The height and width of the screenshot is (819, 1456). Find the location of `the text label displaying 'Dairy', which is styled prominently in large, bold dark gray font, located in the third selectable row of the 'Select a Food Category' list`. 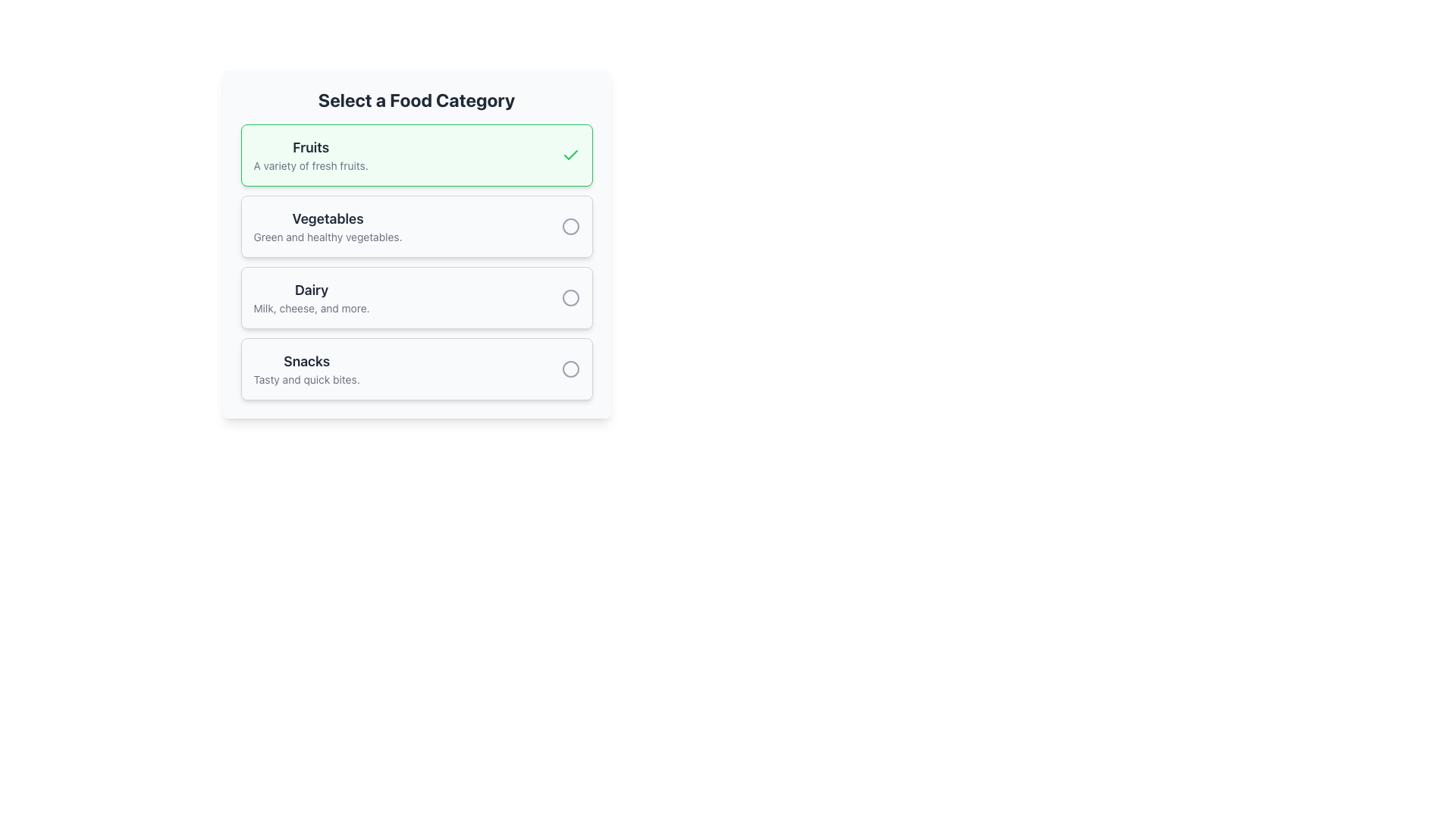

the text label displaying 'Dairy', which is styled prominently in large, bold dark gray font, located in the third selectable row of the 'Select a Food Category' list is located at coordinates (311, 290).